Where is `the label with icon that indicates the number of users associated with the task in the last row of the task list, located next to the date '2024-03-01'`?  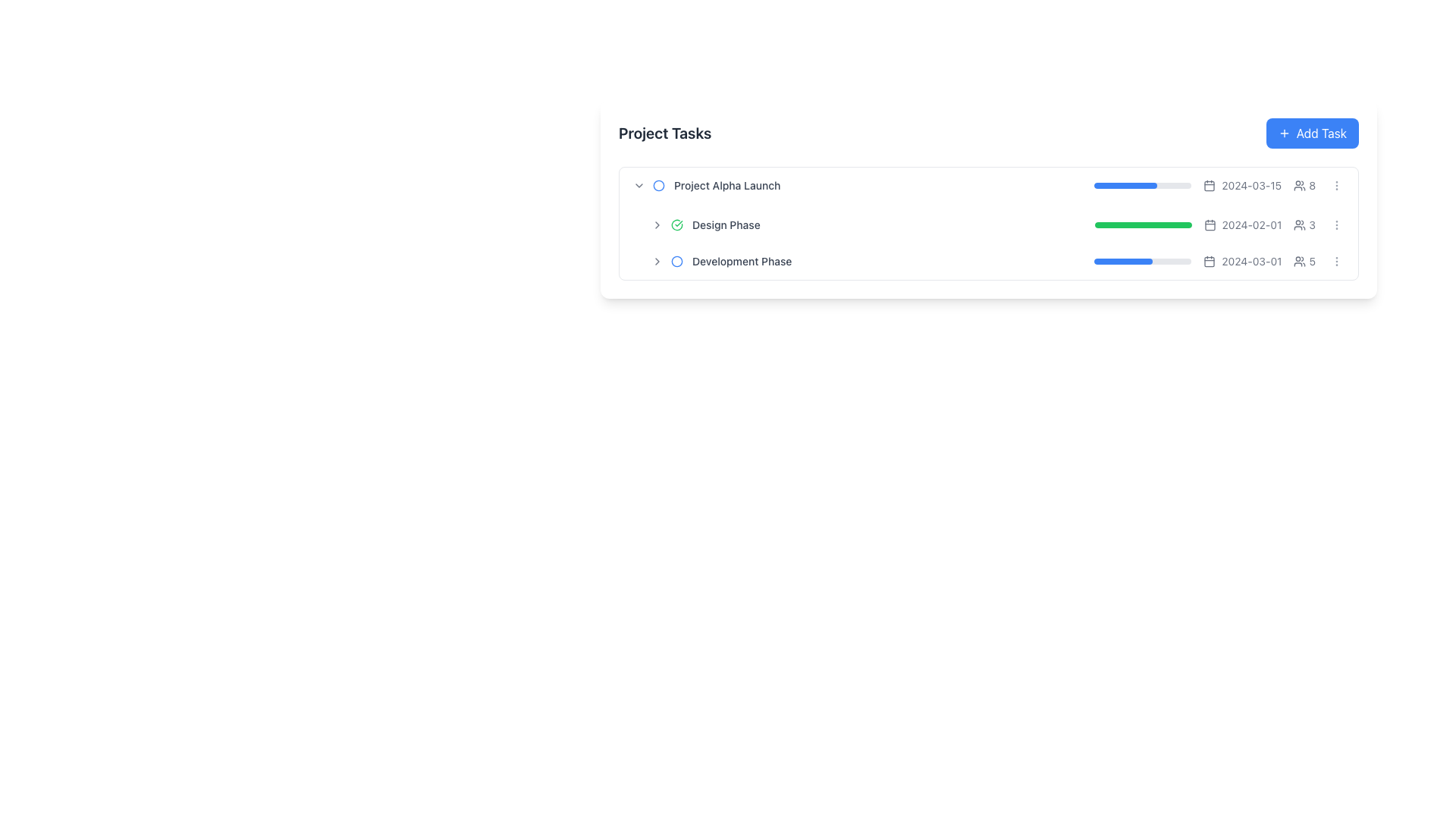
the label with icon that indicates the number of users associated with the task in the last row of the task list, located next to the date '2024-03-01' is located at coordinates (1304, 260).